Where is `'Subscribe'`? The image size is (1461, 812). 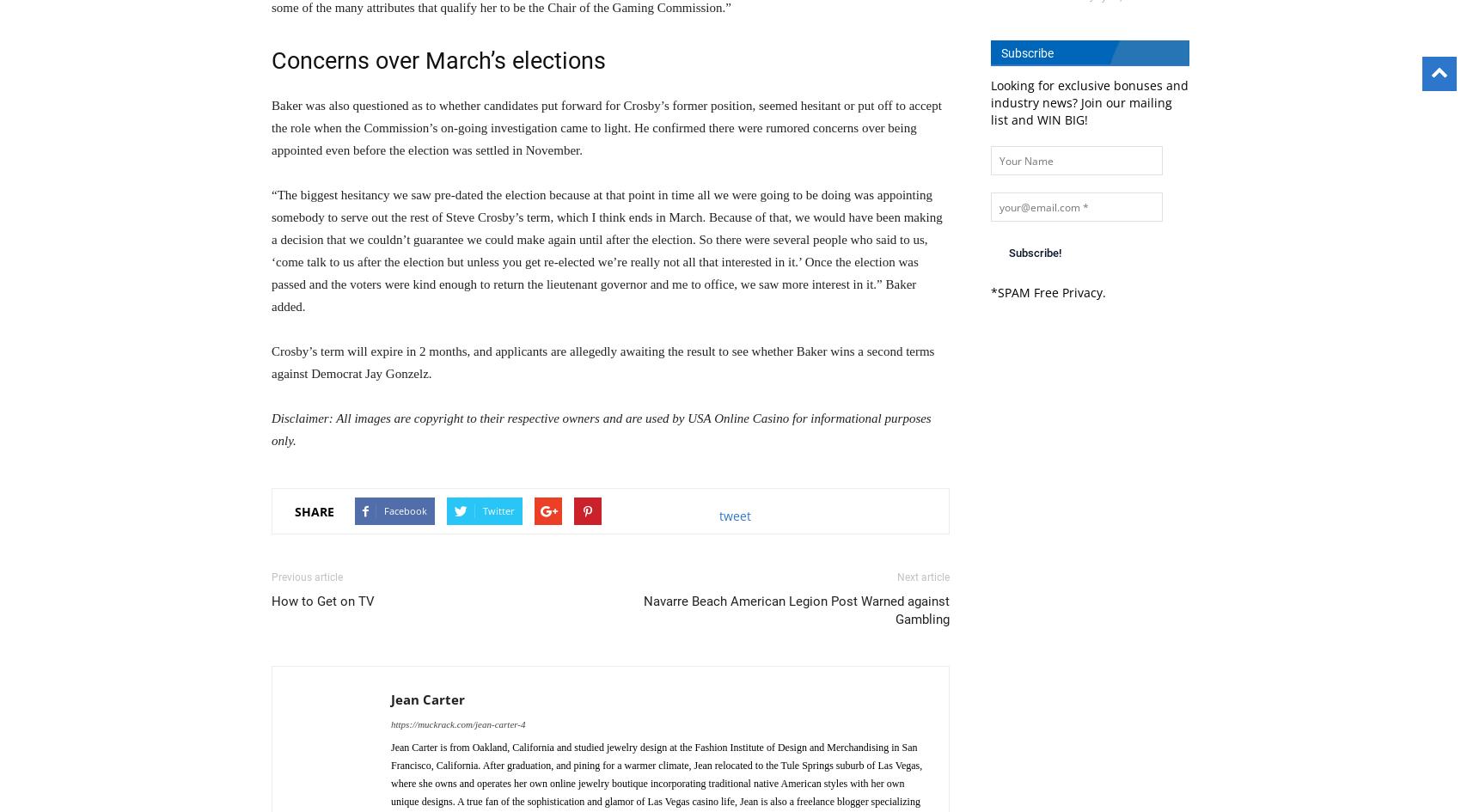
'Subscribe' is located at coordinates (1026, 52).